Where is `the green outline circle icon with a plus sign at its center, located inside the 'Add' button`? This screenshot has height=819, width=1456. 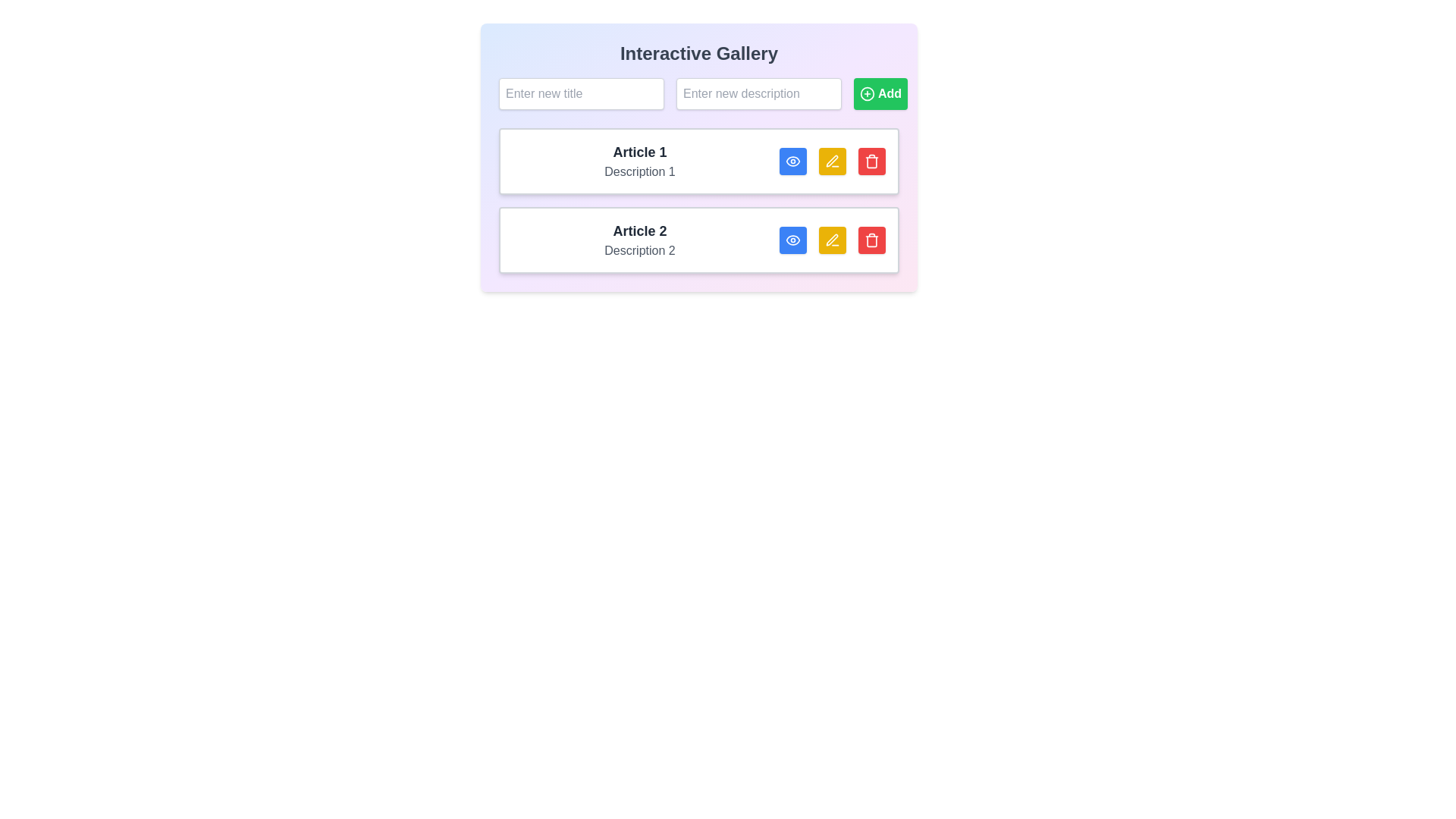 the green outline circle icon with a plus sign at its center, located inside the 'Add' button is located at coordinates (867, 93).